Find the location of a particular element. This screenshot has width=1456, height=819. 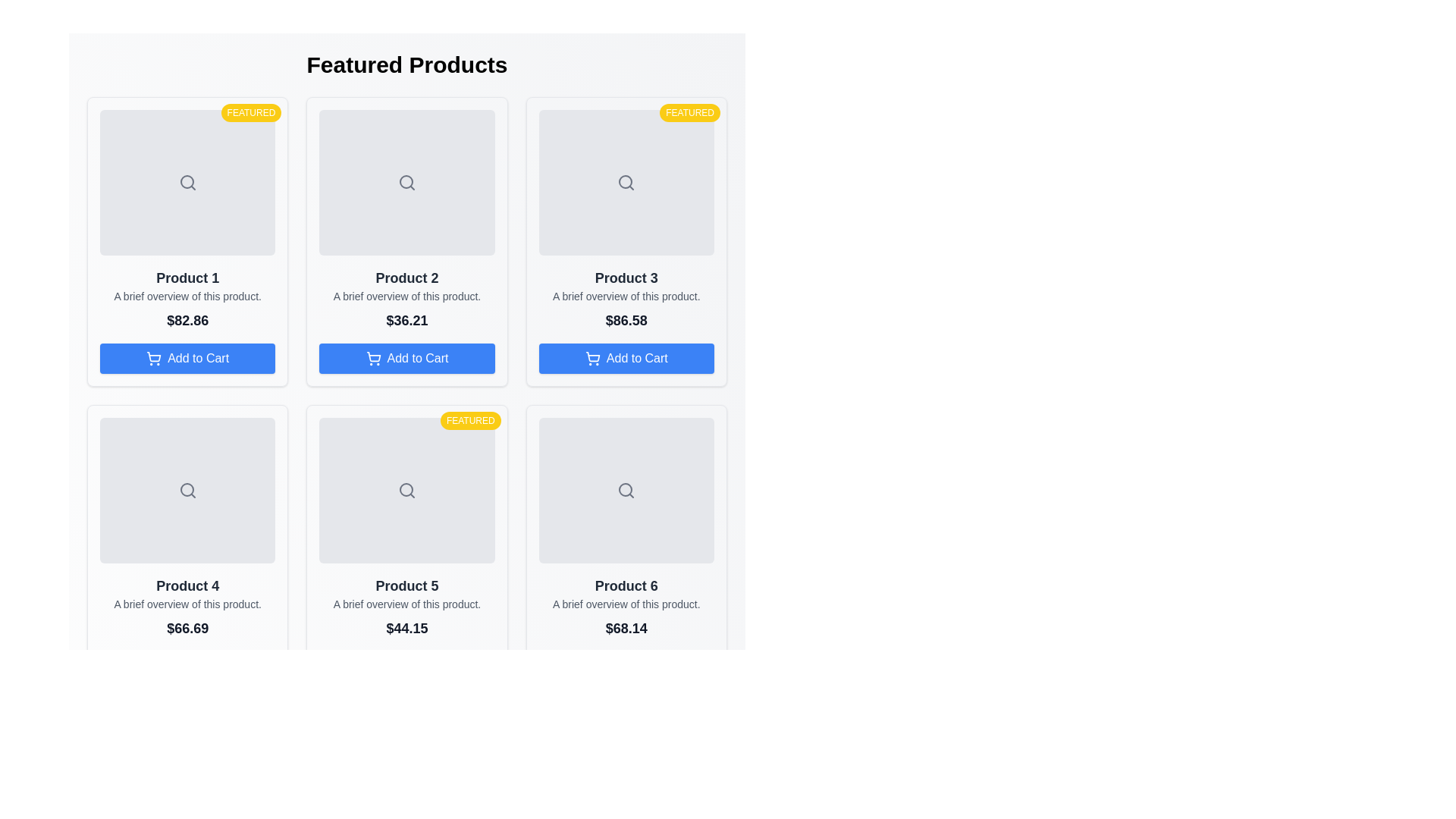

the 'Add to Cart' button icon, which resembles a shopping cart and is located at the bottom of the card for 'Product 2' in the product grid is located at coordinates (154, 356).